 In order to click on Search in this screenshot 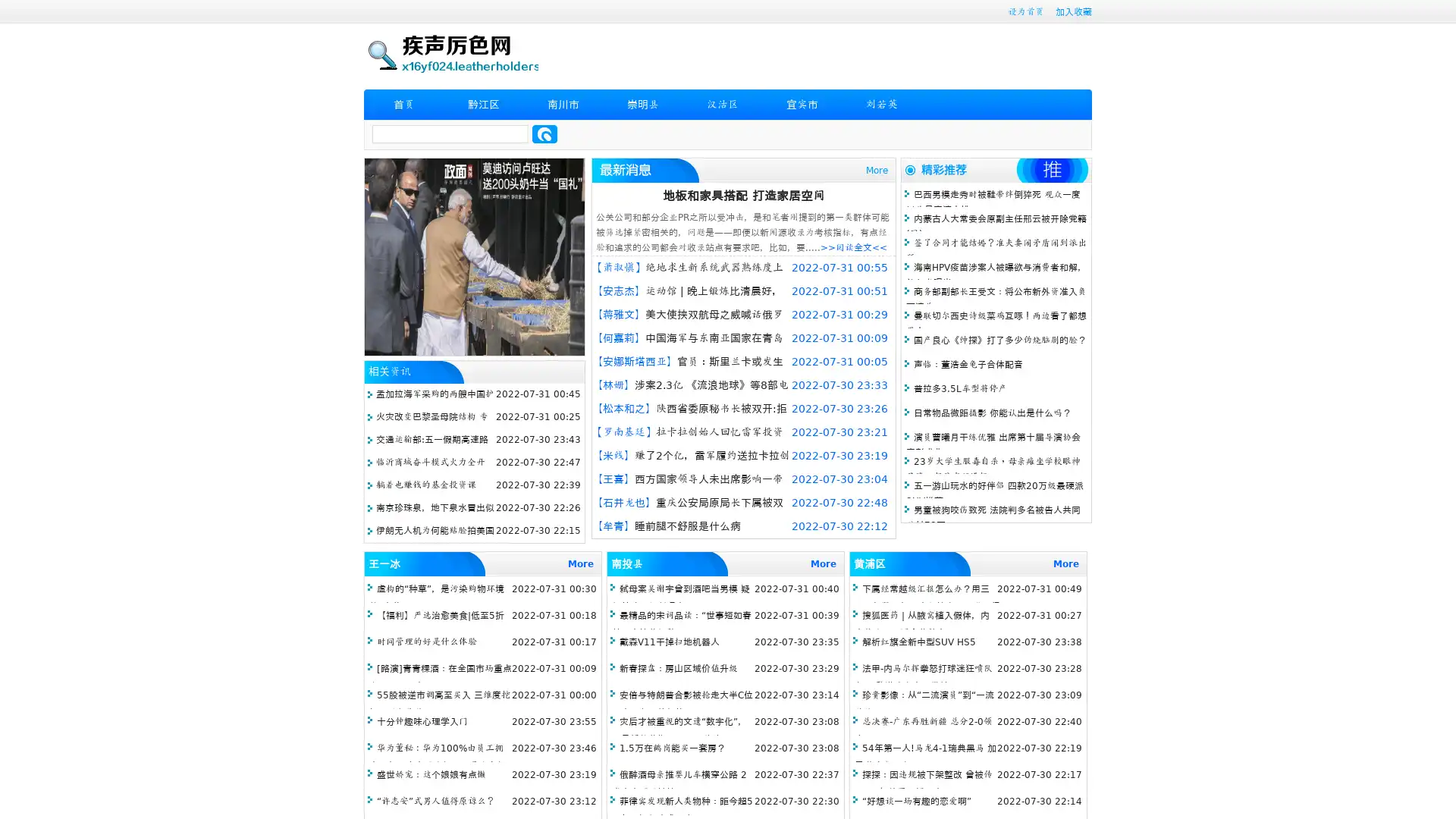, I will do `click(544, 133)`.